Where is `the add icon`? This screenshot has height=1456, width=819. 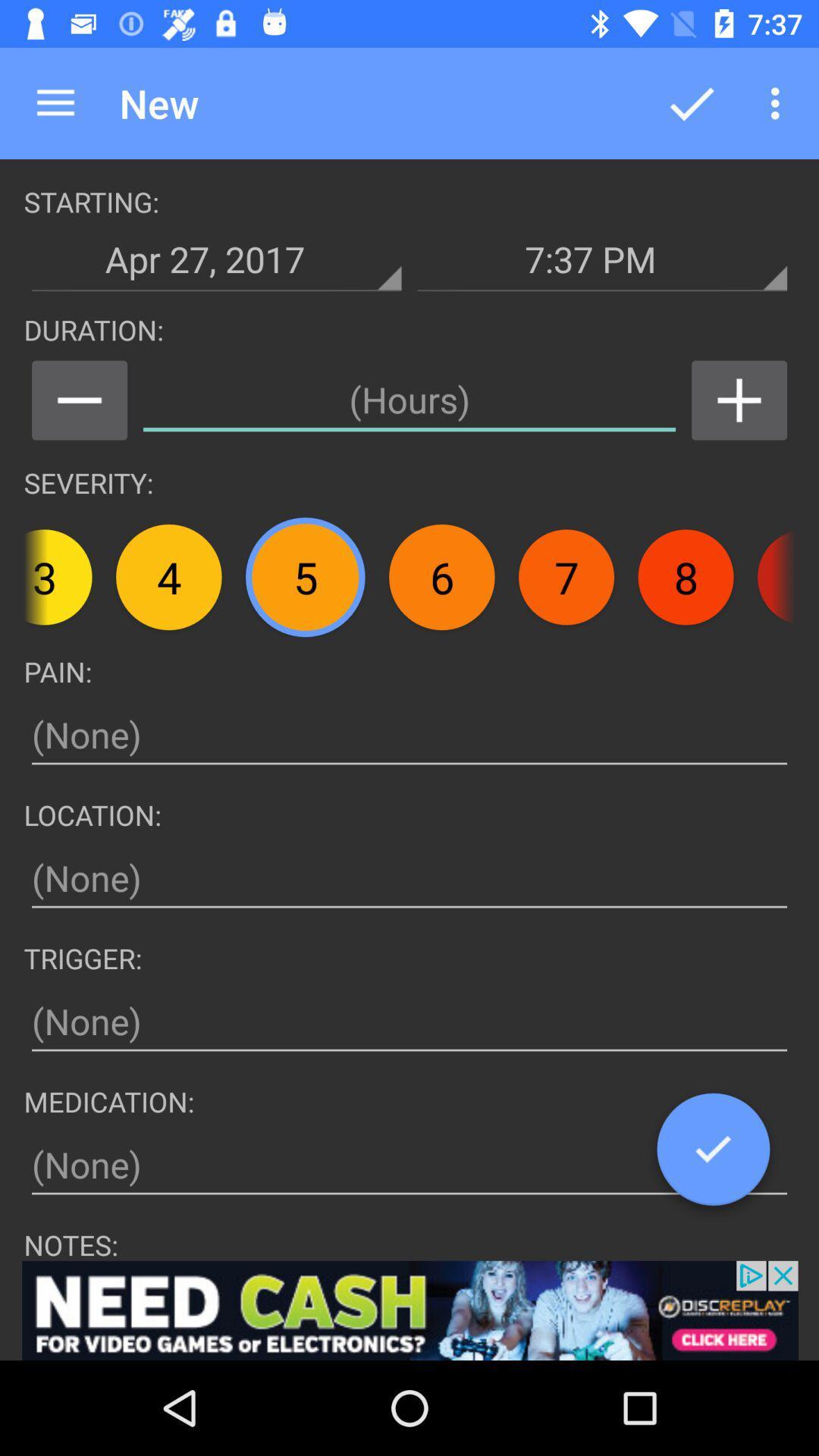
the add icon is located at coordinates (739, 400).